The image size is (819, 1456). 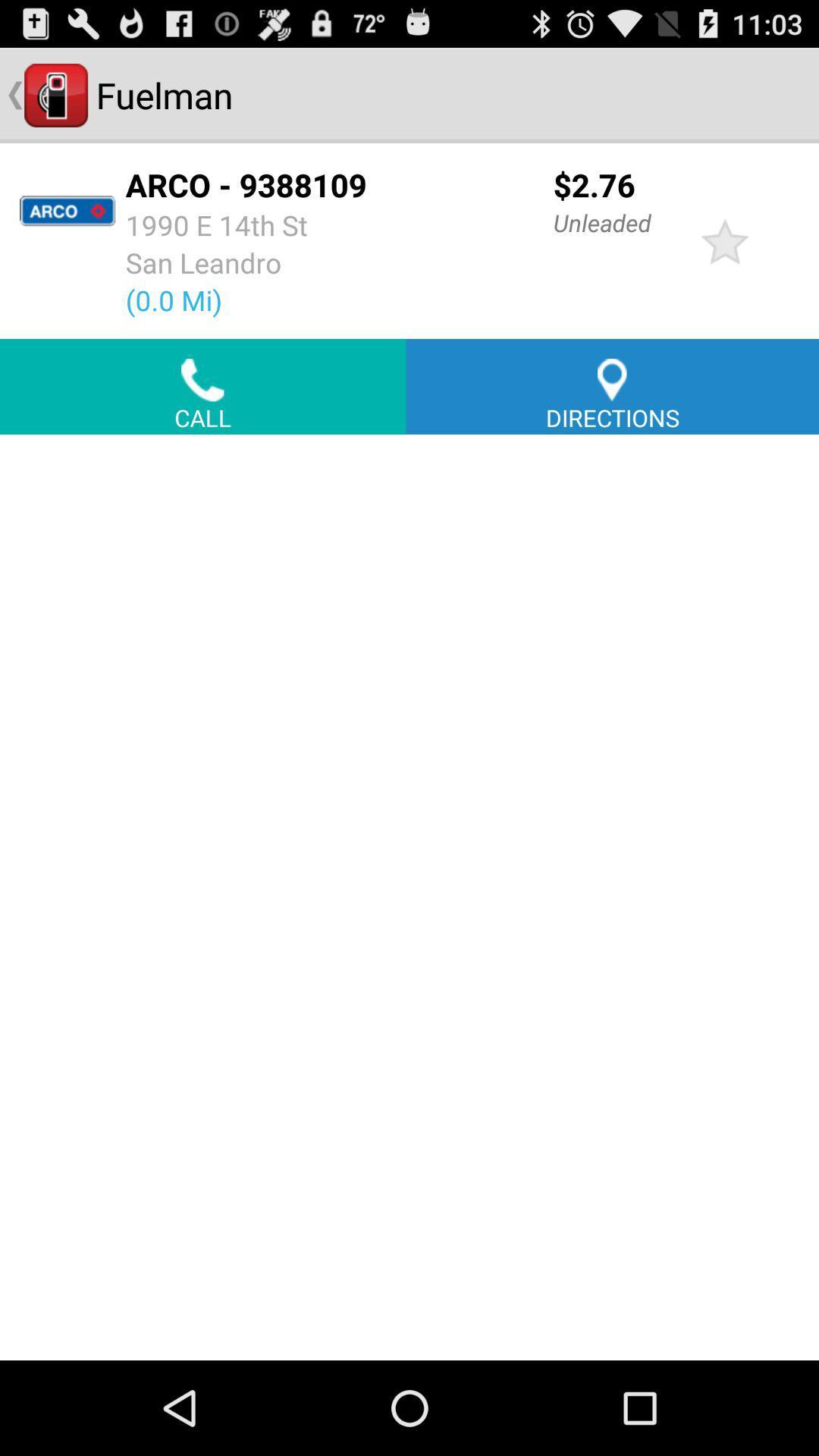 What do you see at coordinates (724, 240) in the screenshot?
I see `app next to the unleaded app` at bounding box center [724, 240].